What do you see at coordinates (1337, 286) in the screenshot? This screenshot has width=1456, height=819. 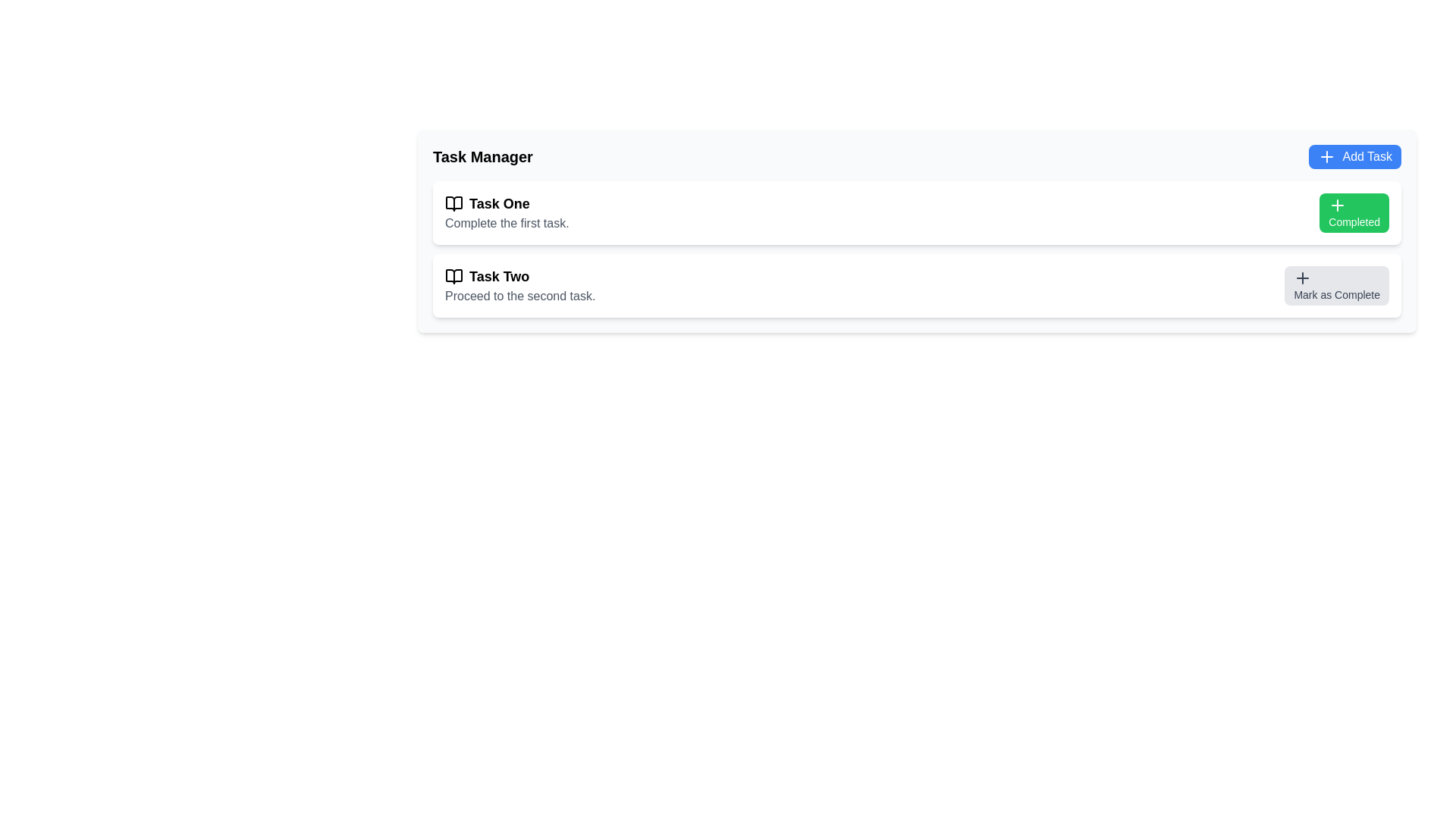 I see `the button used to mark 'Task Two' as completed, enabling keyboard interaction` at bounding box center [1337, 286].